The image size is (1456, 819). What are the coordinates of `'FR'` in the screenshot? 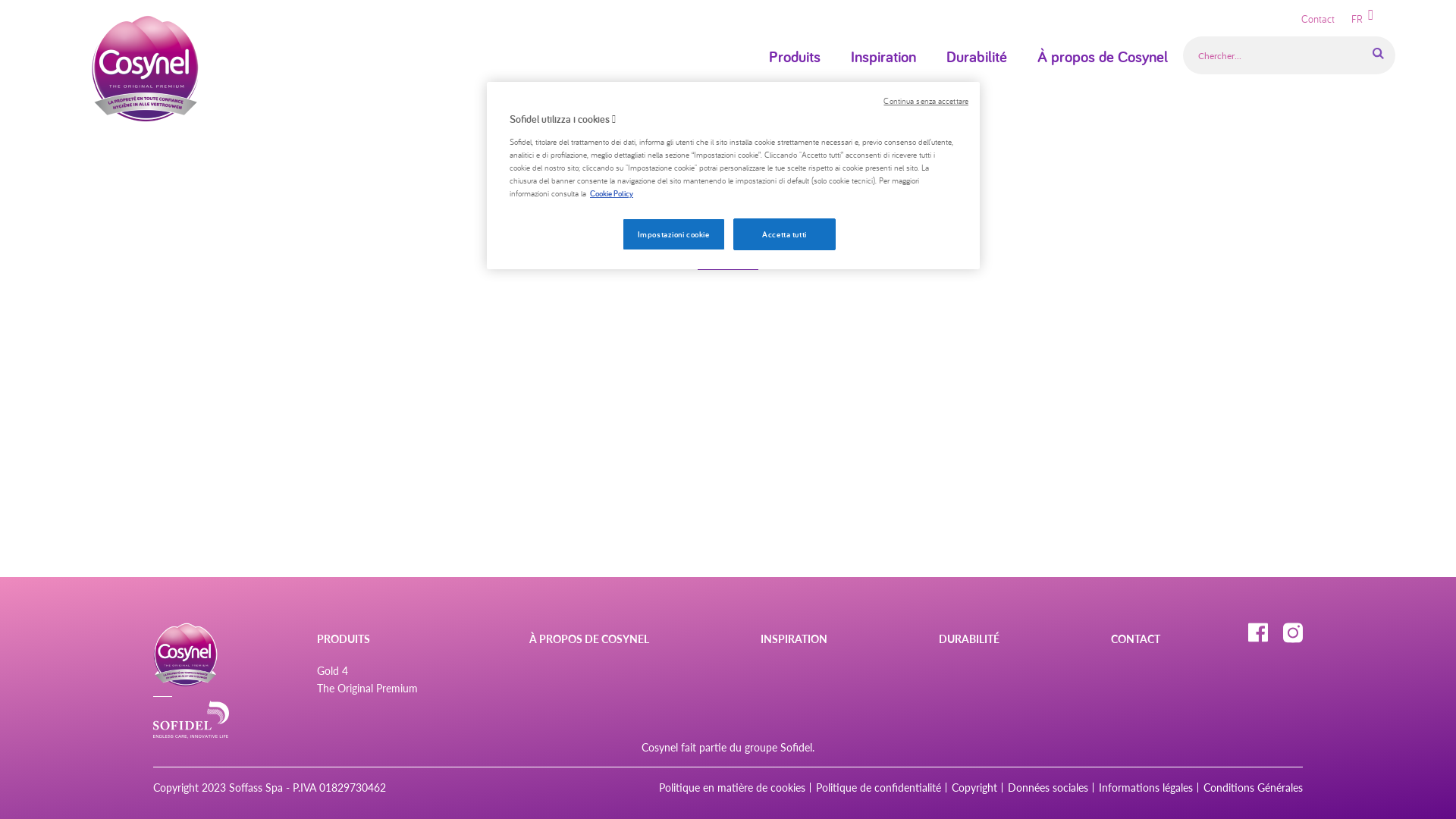 It's located at (1343, 18).